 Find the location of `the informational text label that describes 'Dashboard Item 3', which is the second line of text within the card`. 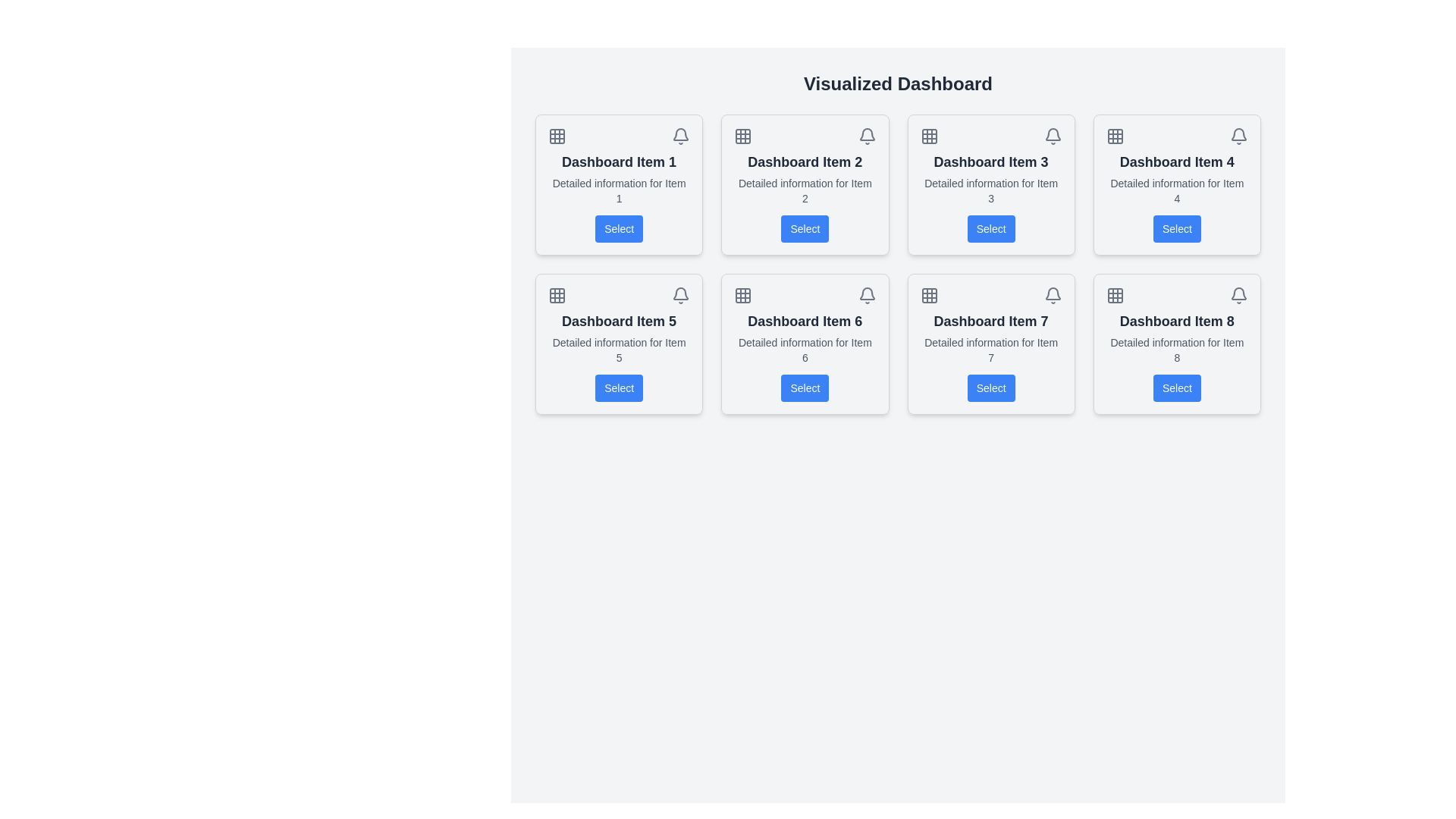

the informational text label that describes 'Dashboard Item 3', which is the second line of text within the card is located at coordinates (991, 190).